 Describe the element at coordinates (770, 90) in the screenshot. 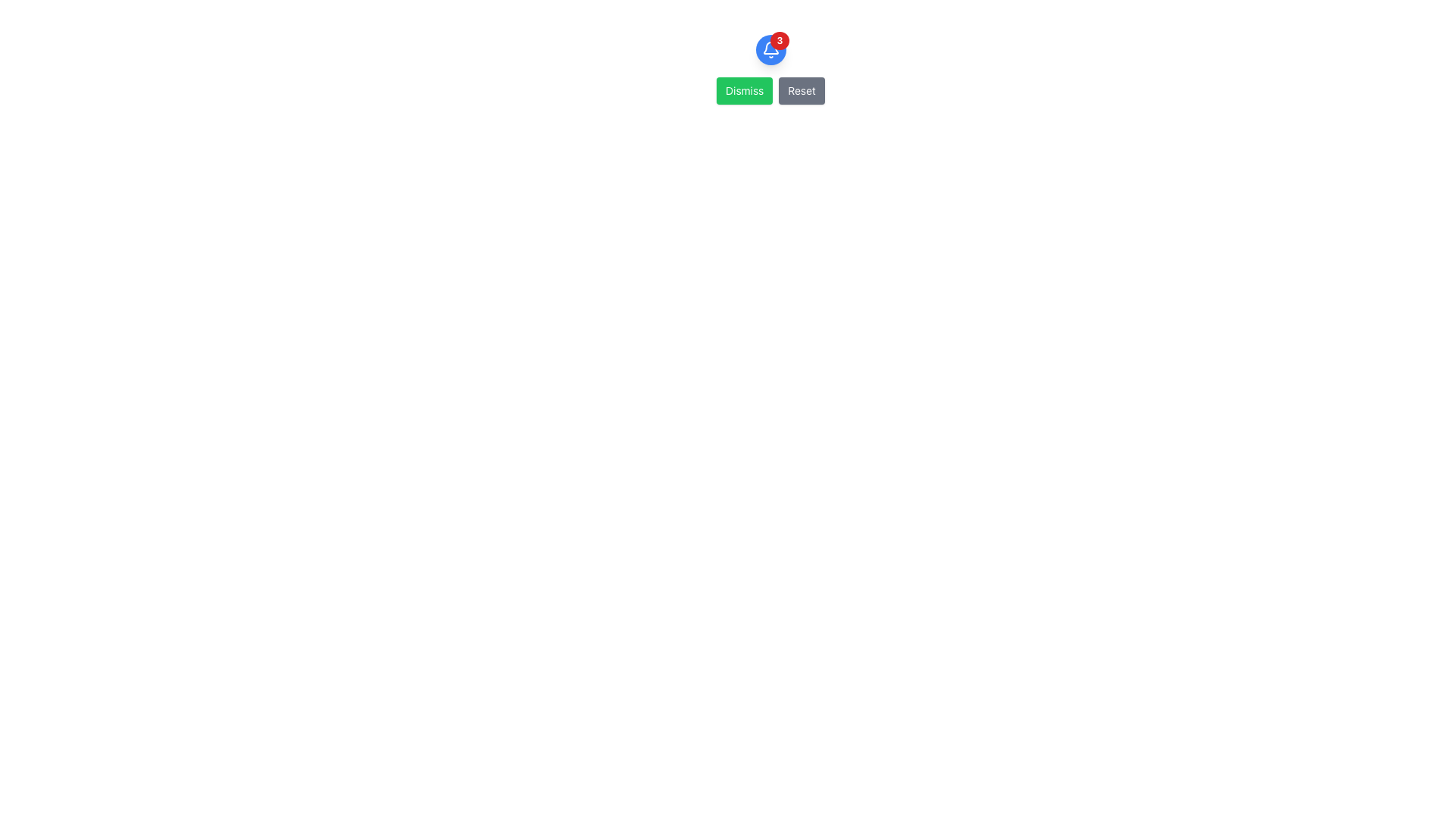

I see `the 'Dismiss' button, which is styled with a green background and white text, positioned on the left side of a composite UI component containing two horizontally aligned buttons` at that location.